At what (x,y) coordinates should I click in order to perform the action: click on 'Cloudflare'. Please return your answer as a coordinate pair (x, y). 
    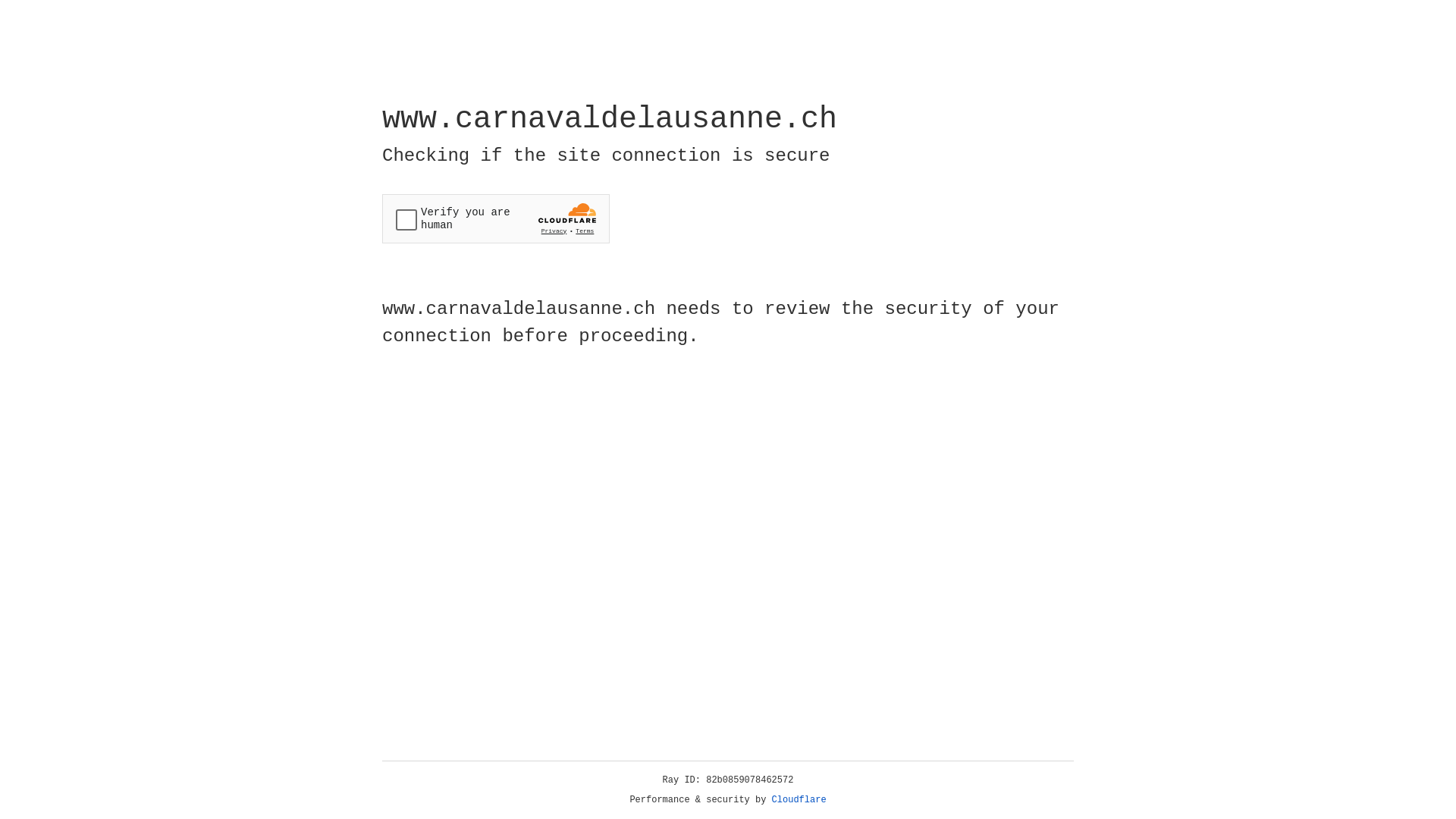
    Looking at the image, I should click on (799, 799).